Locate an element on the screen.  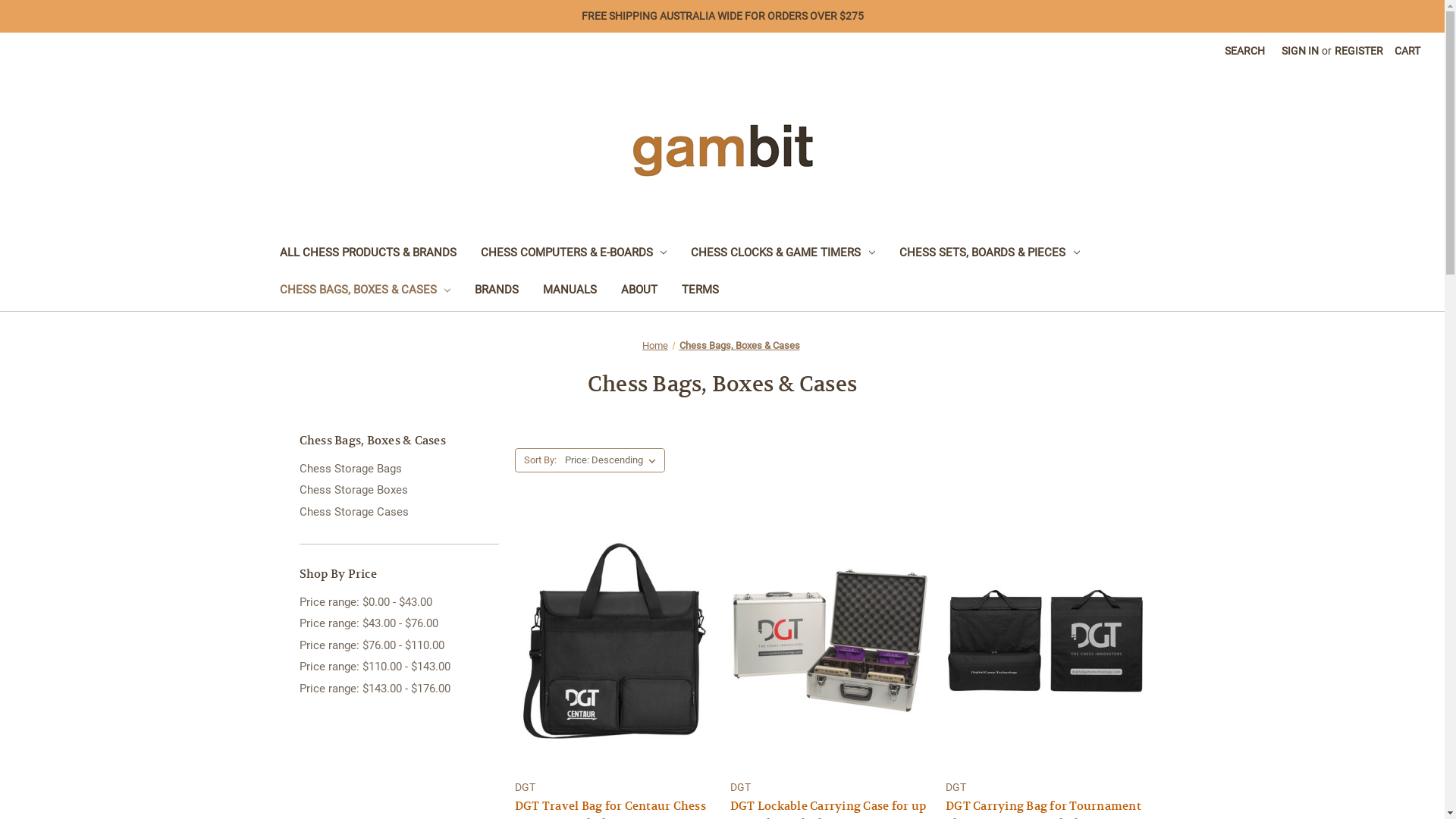
'SEARCH' is located at coordinates (1244, 50).